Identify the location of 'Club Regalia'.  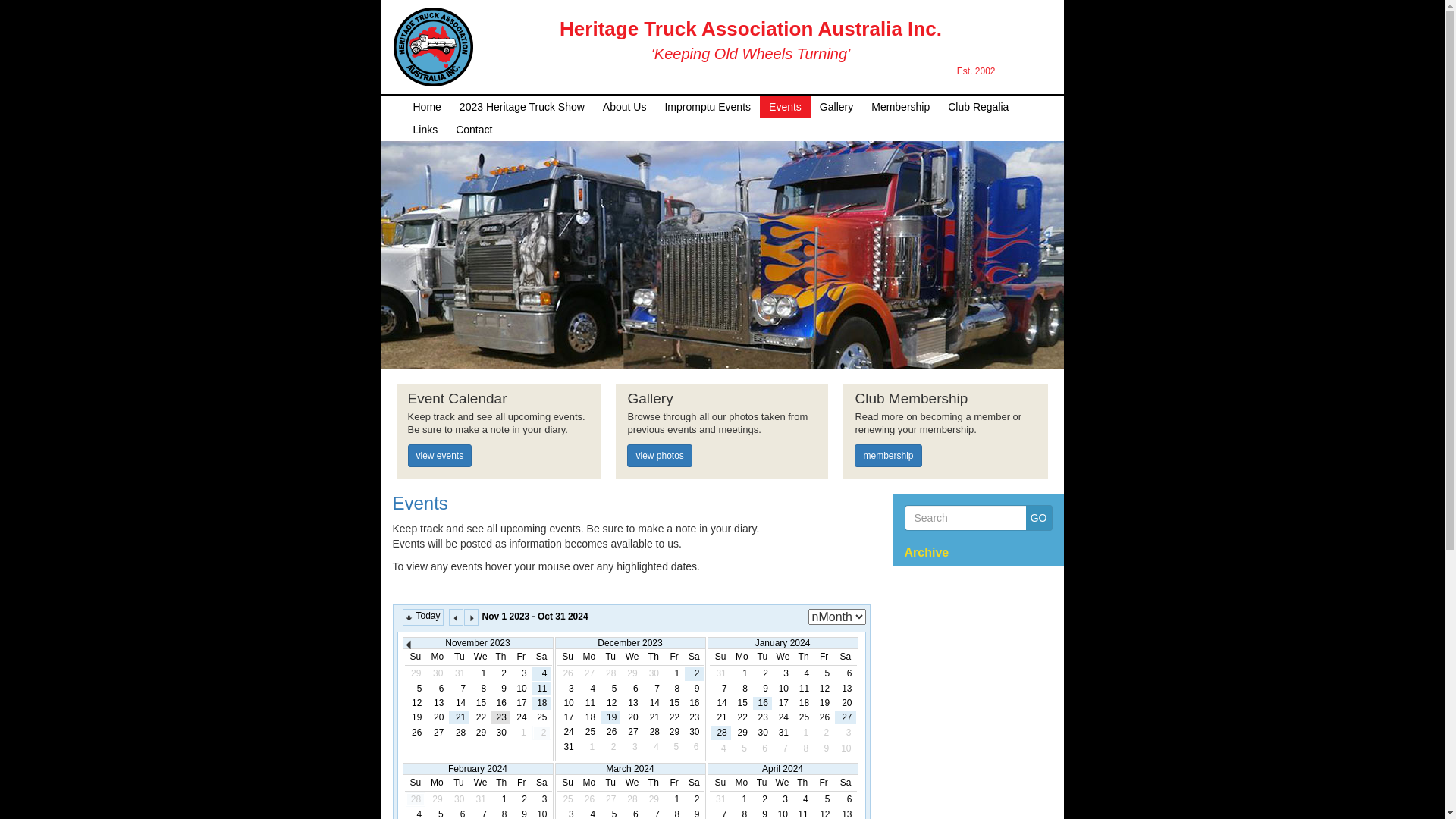
(978, 106).